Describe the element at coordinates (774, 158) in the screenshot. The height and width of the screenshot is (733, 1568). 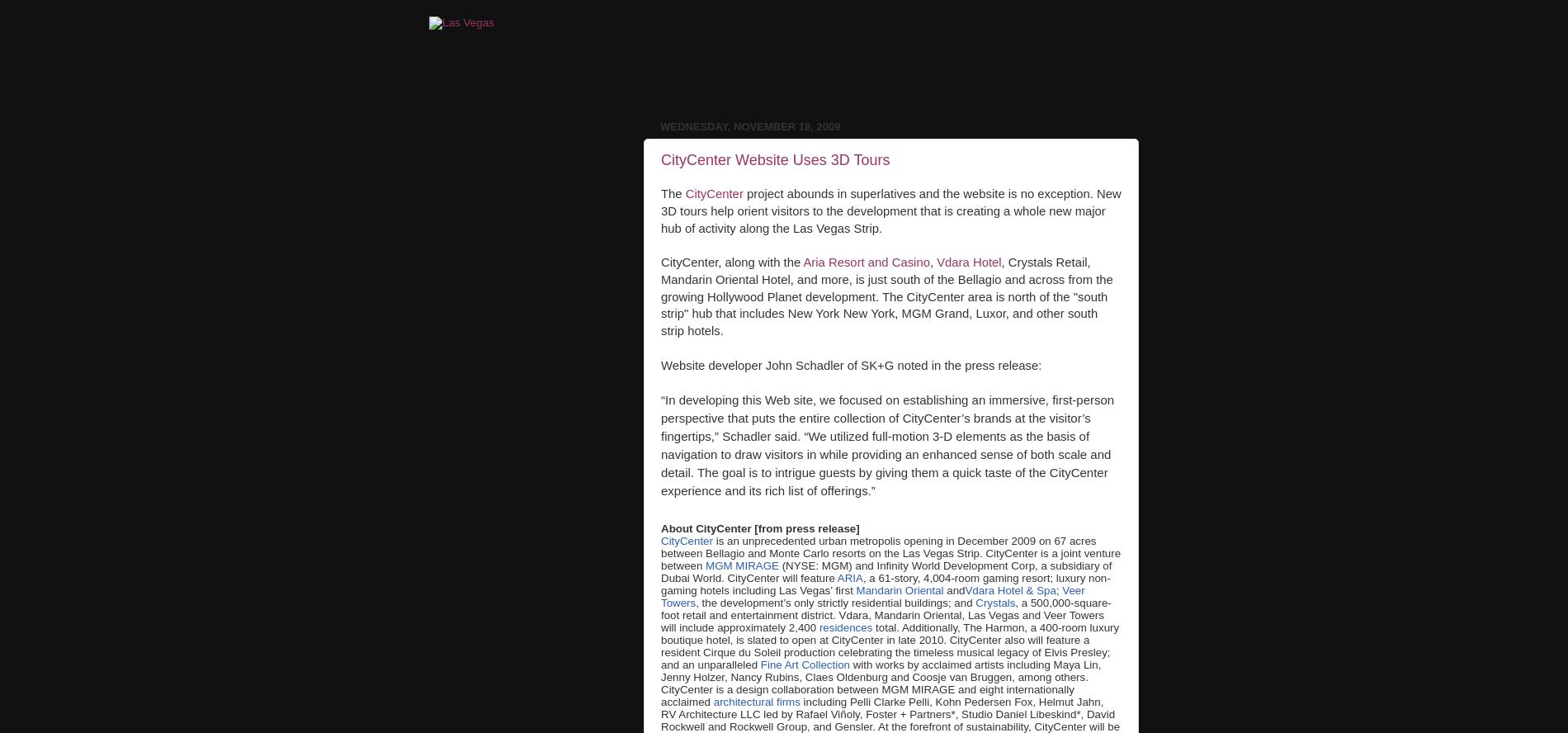
I see `'CityCenter Website Uses 3D Tours'` at that location.